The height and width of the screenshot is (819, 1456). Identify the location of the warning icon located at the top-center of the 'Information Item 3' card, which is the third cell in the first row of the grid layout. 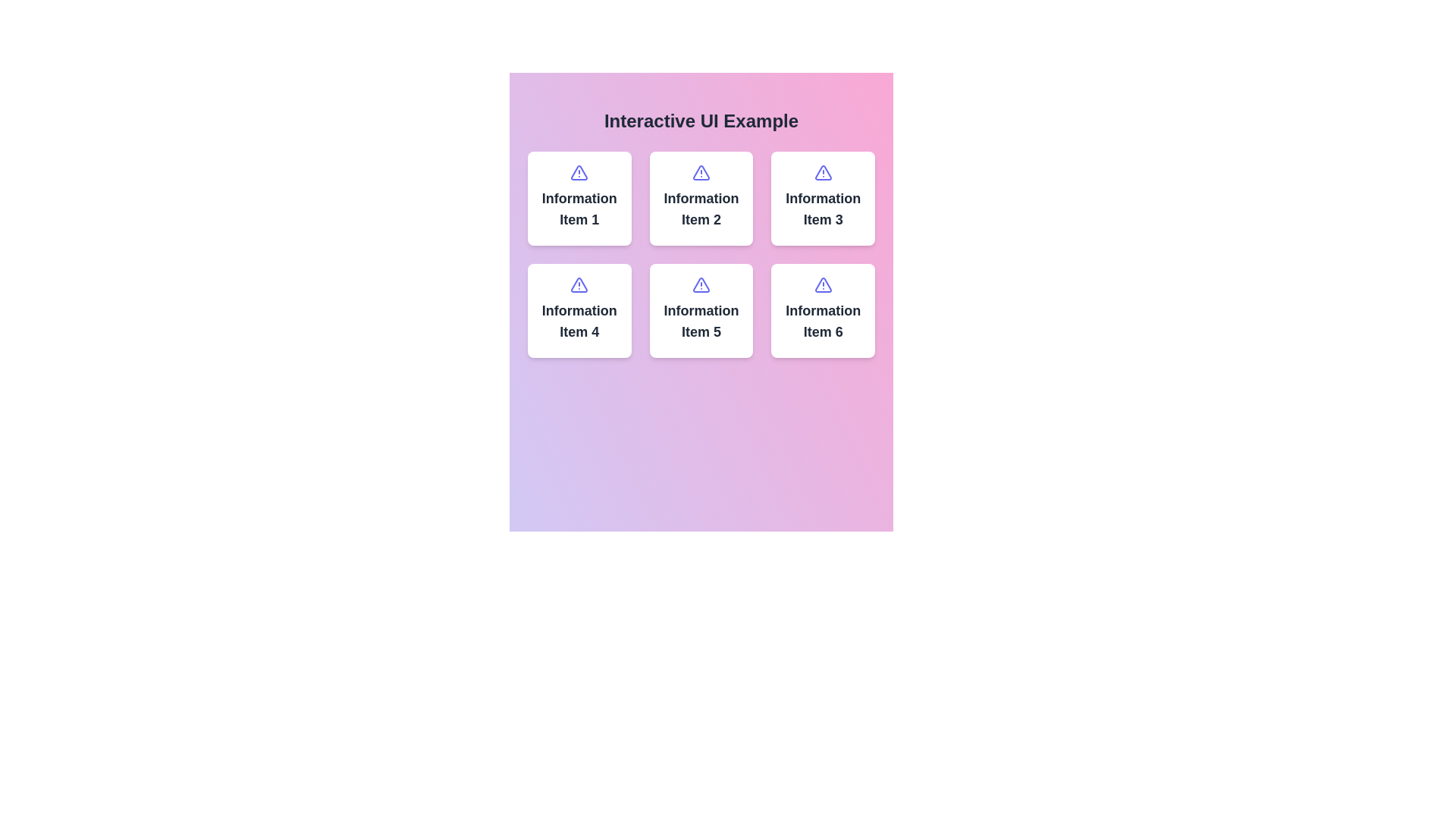
(822, 171).